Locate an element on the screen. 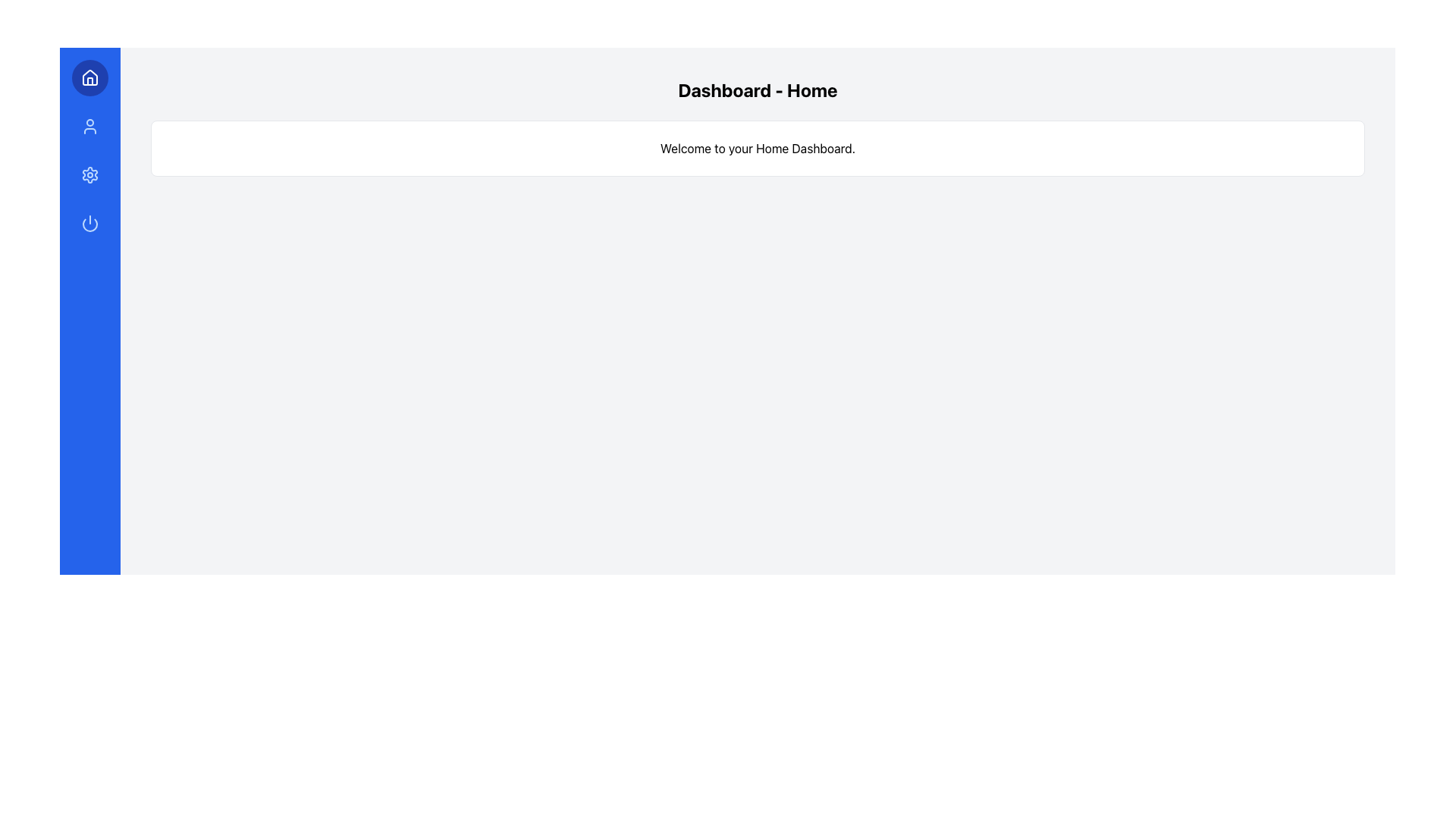  the circular blue button with a white house icon located at the top of the vertical navigation bar for keyboard interaction is located at coordinates (89, 78).